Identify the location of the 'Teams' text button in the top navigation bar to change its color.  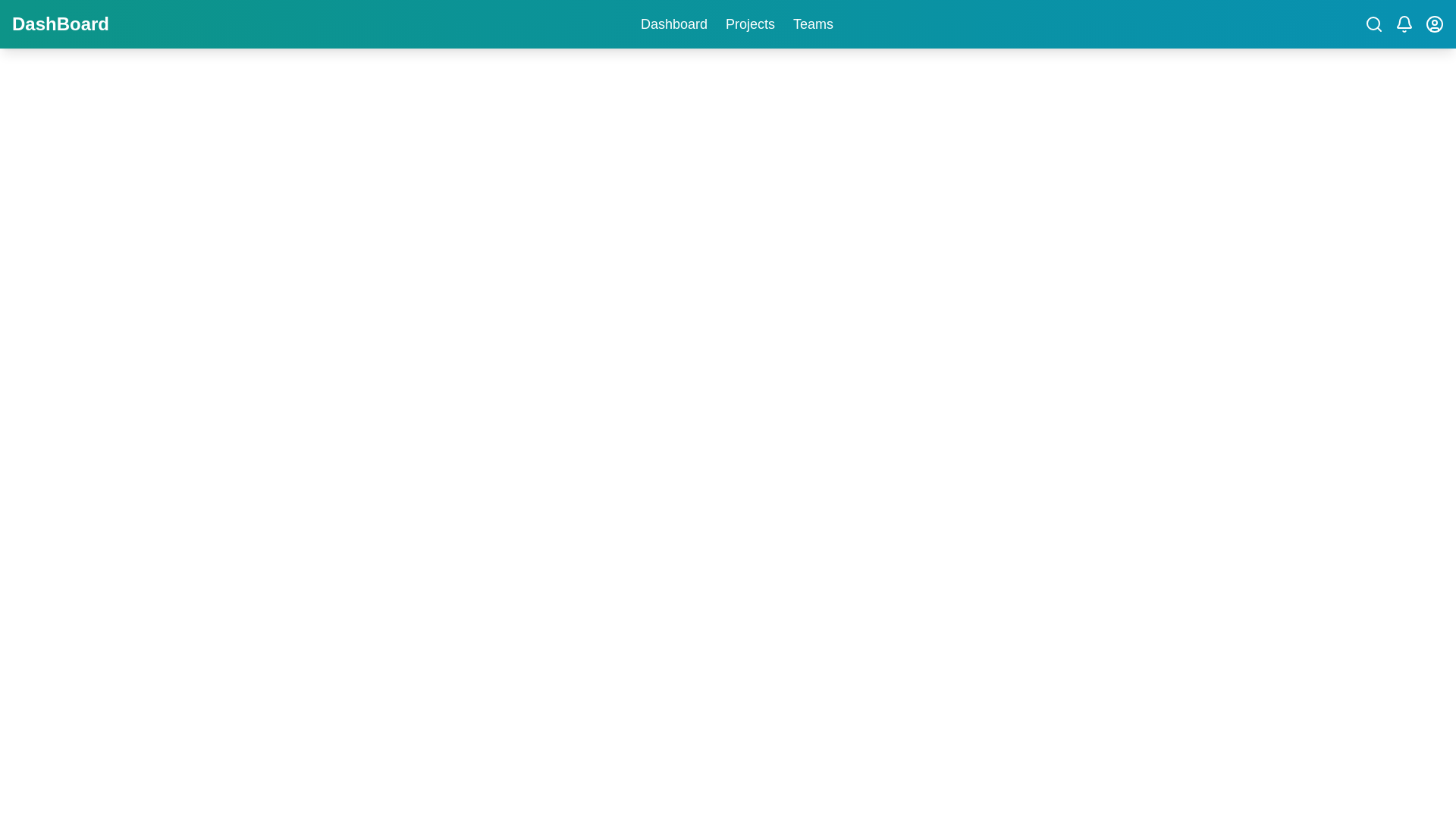
(812, 24).